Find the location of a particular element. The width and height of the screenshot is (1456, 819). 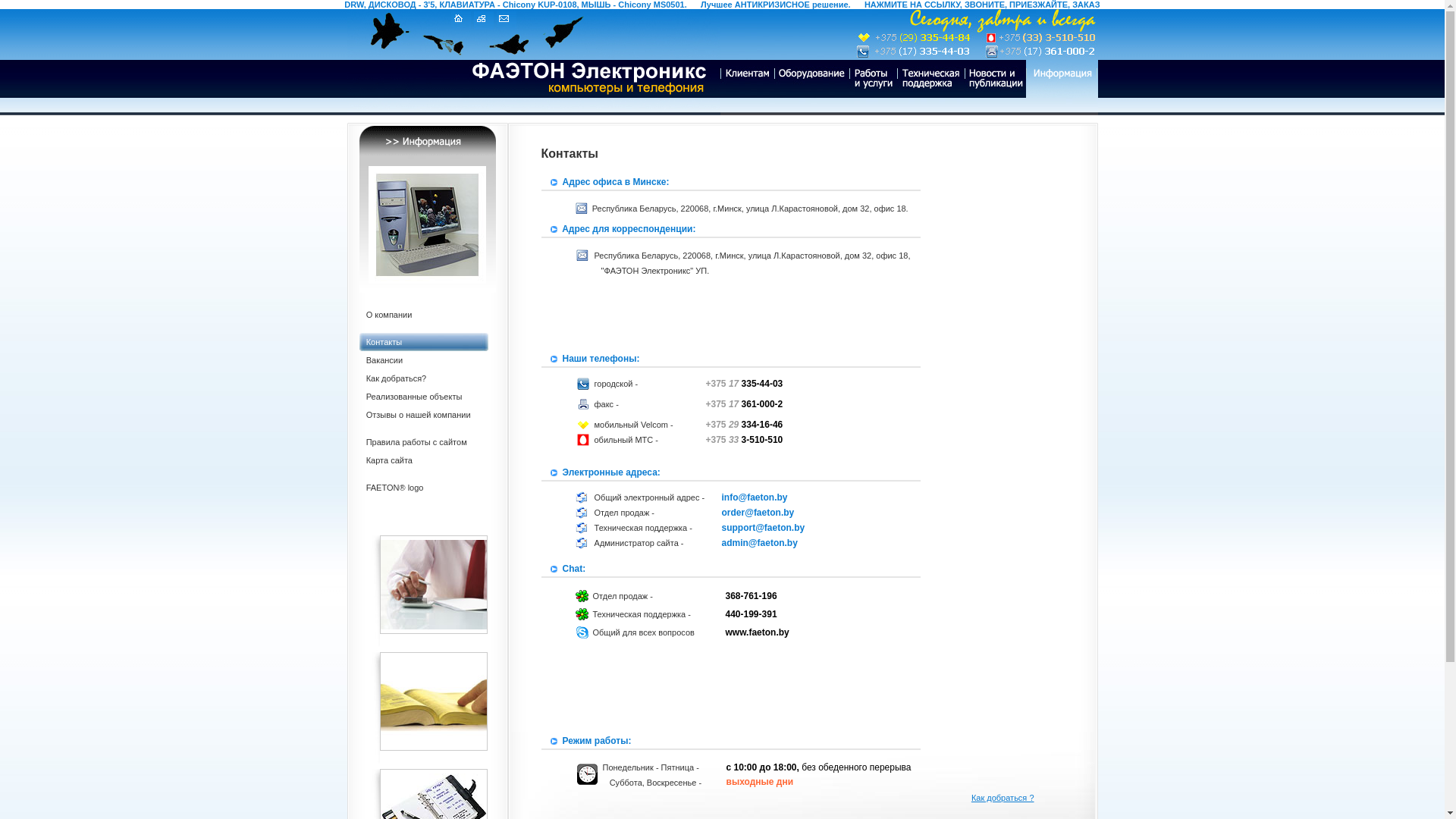

'support@faeton.by' is located at coordinates (720, 526).